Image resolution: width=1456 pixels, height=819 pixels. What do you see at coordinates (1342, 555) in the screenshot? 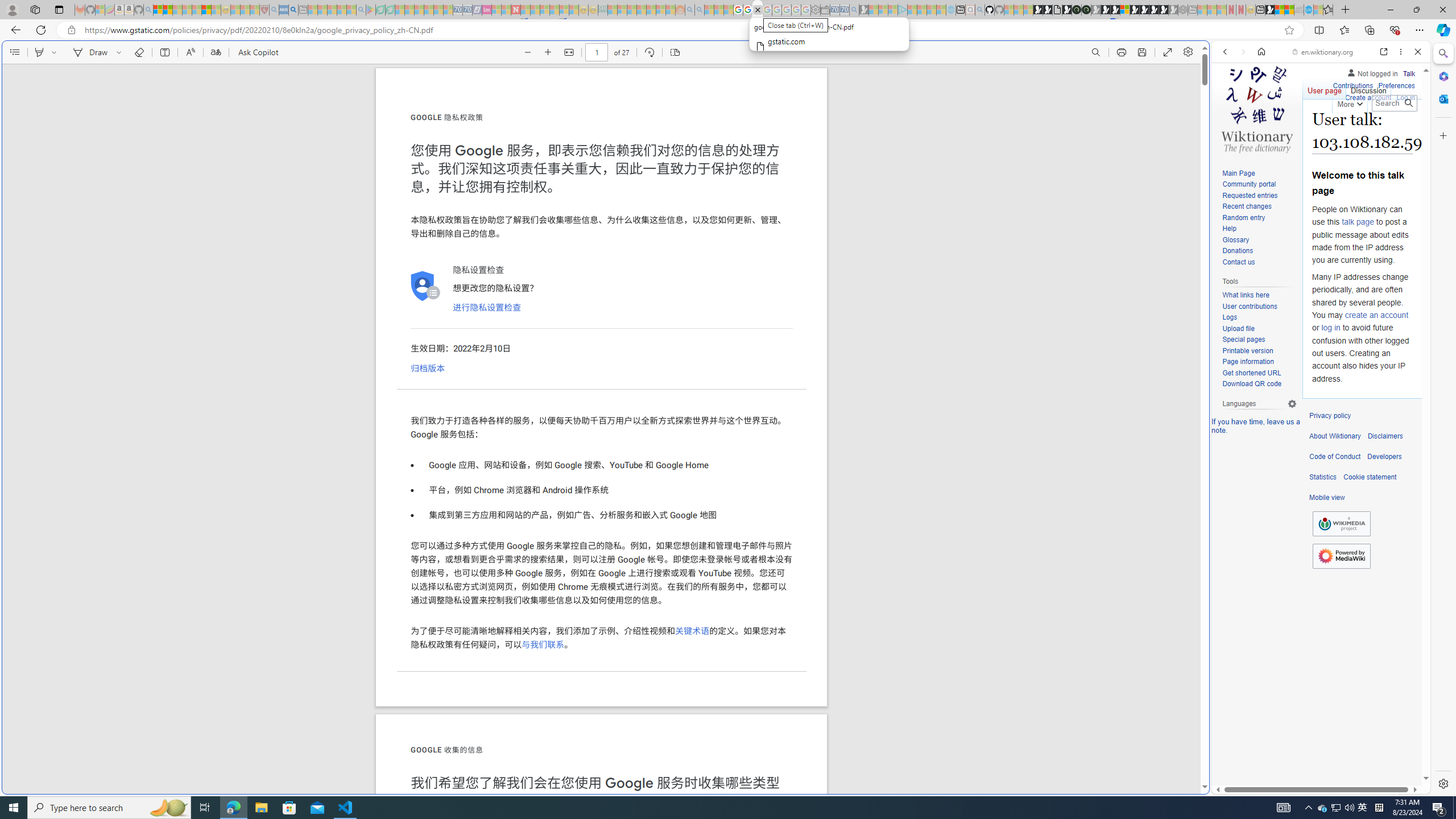
I see `'Powered by MediaWiki'` at bounding box center [1342, 555].